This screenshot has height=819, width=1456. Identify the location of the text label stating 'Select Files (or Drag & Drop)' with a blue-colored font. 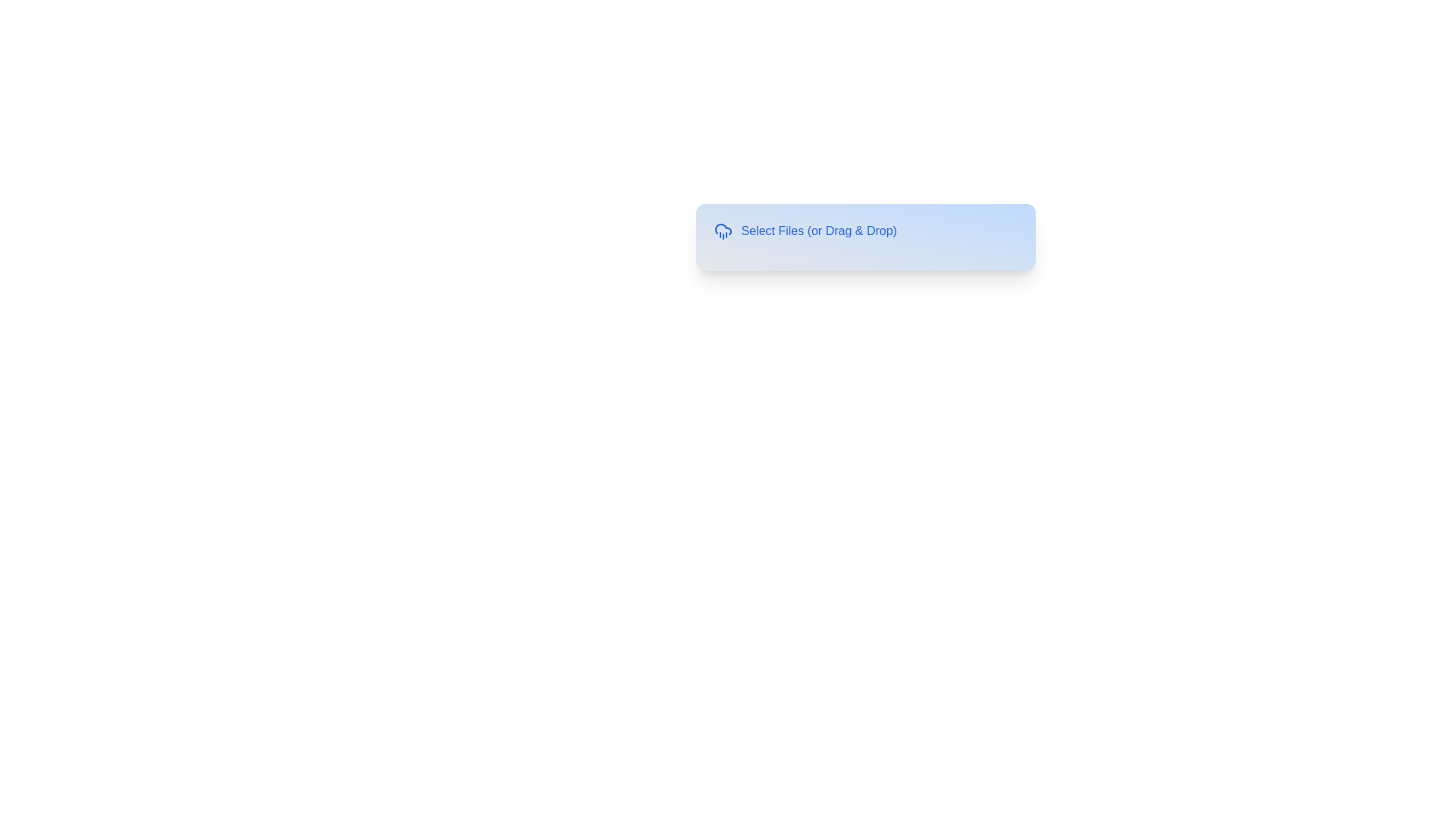
(818, 231).